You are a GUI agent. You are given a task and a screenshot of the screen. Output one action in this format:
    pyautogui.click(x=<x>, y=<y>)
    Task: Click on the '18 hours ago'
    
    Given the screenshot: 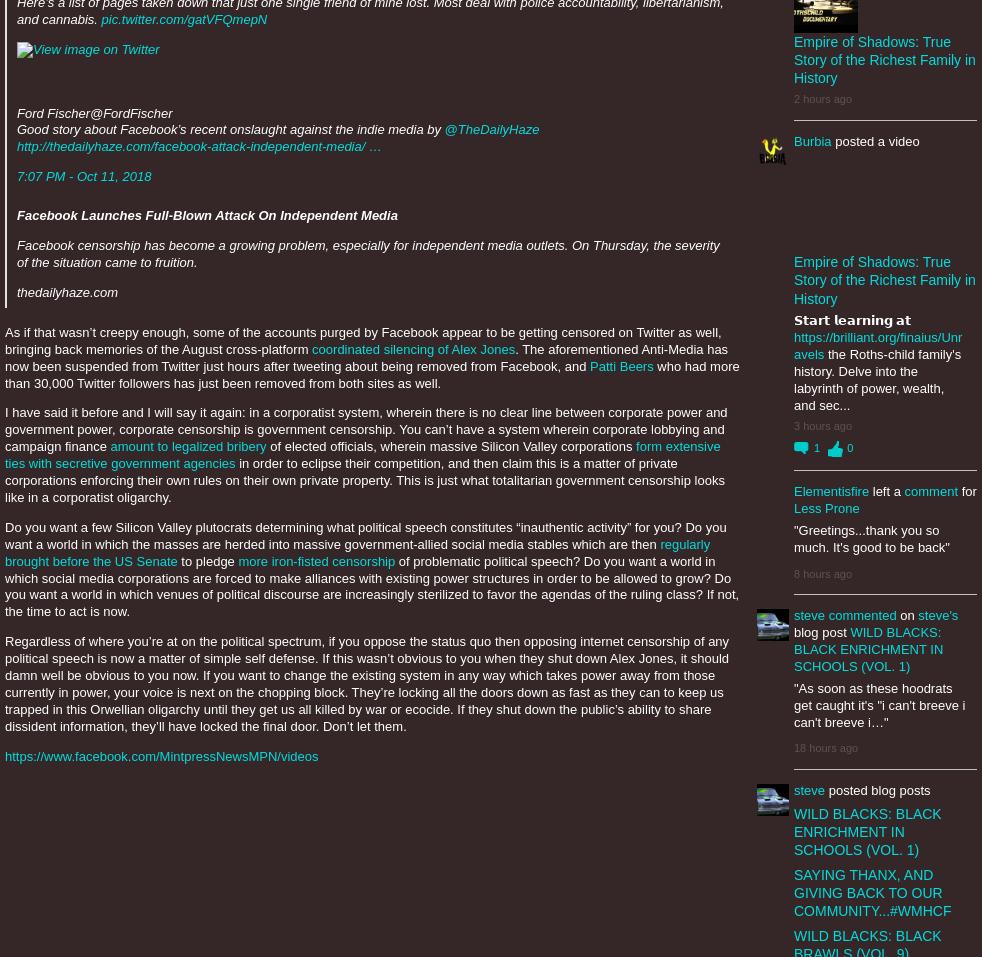 What is the action you would take?
    pyautogui.click(x=825, y=747)
    